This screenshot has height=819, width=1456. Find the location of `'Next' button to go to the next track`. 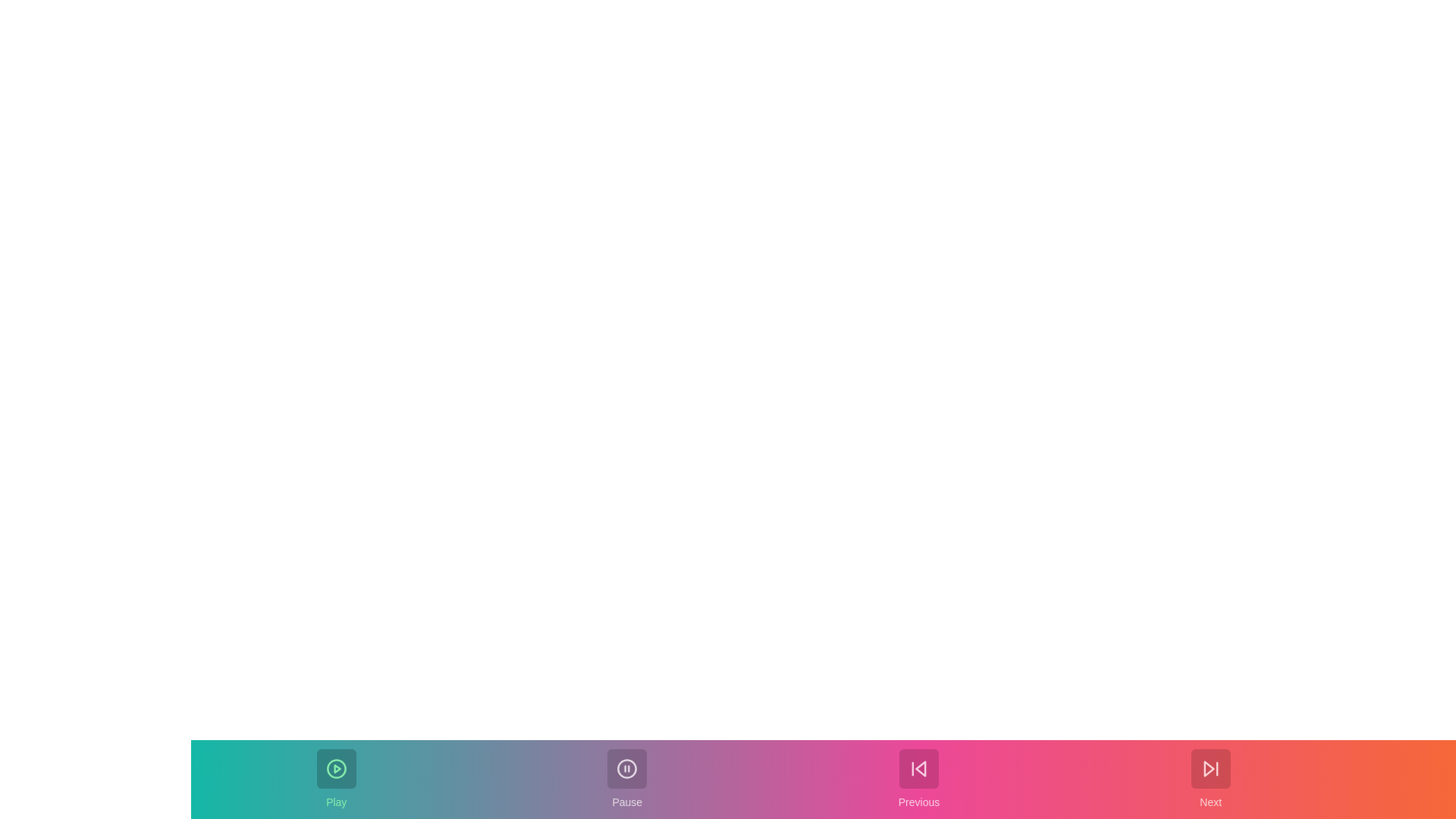

'Next' button to go to the next track is located at coordinates (1210, 780).